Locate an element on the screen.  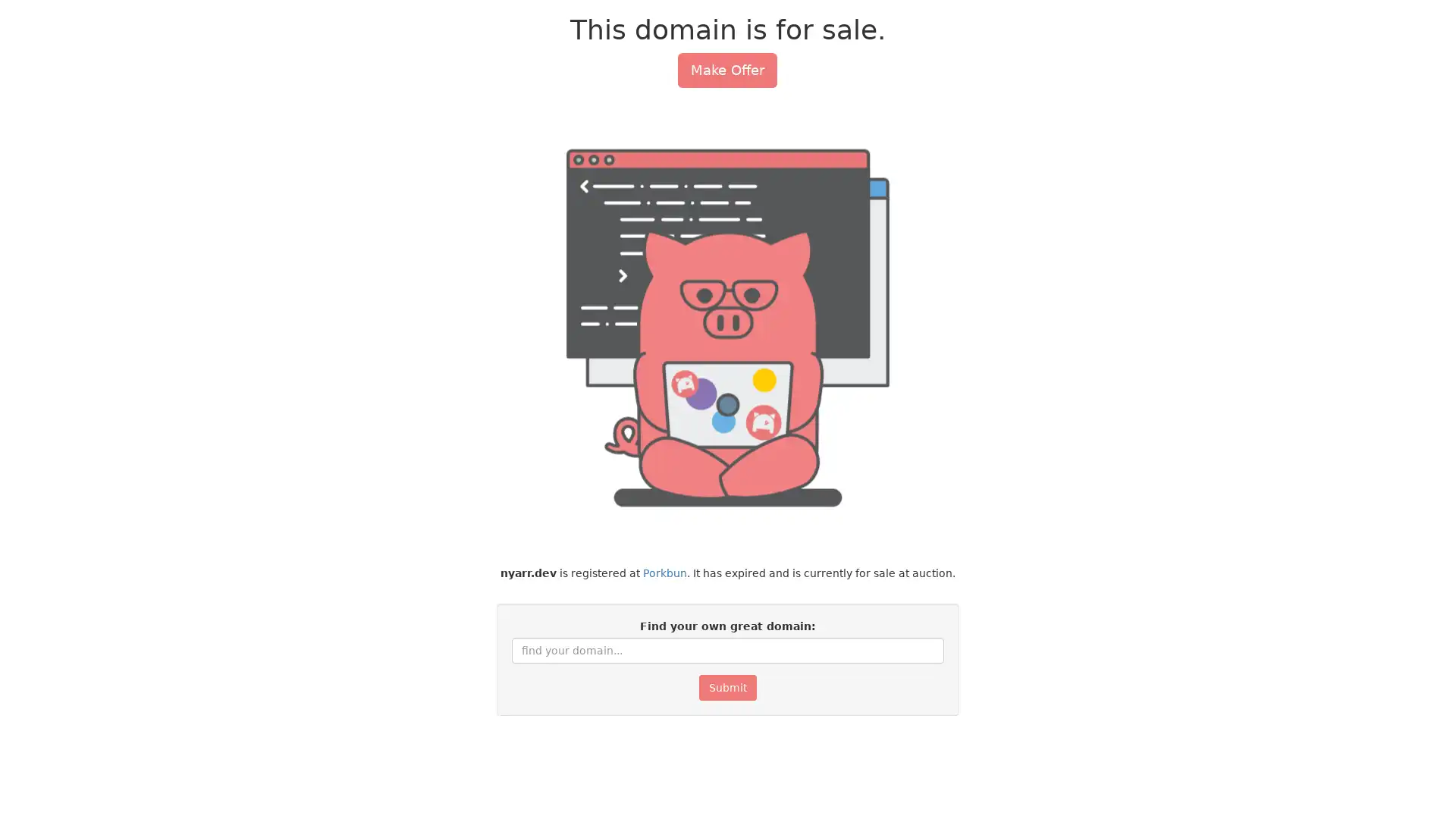
Submit is located at coordinates (726, 687).